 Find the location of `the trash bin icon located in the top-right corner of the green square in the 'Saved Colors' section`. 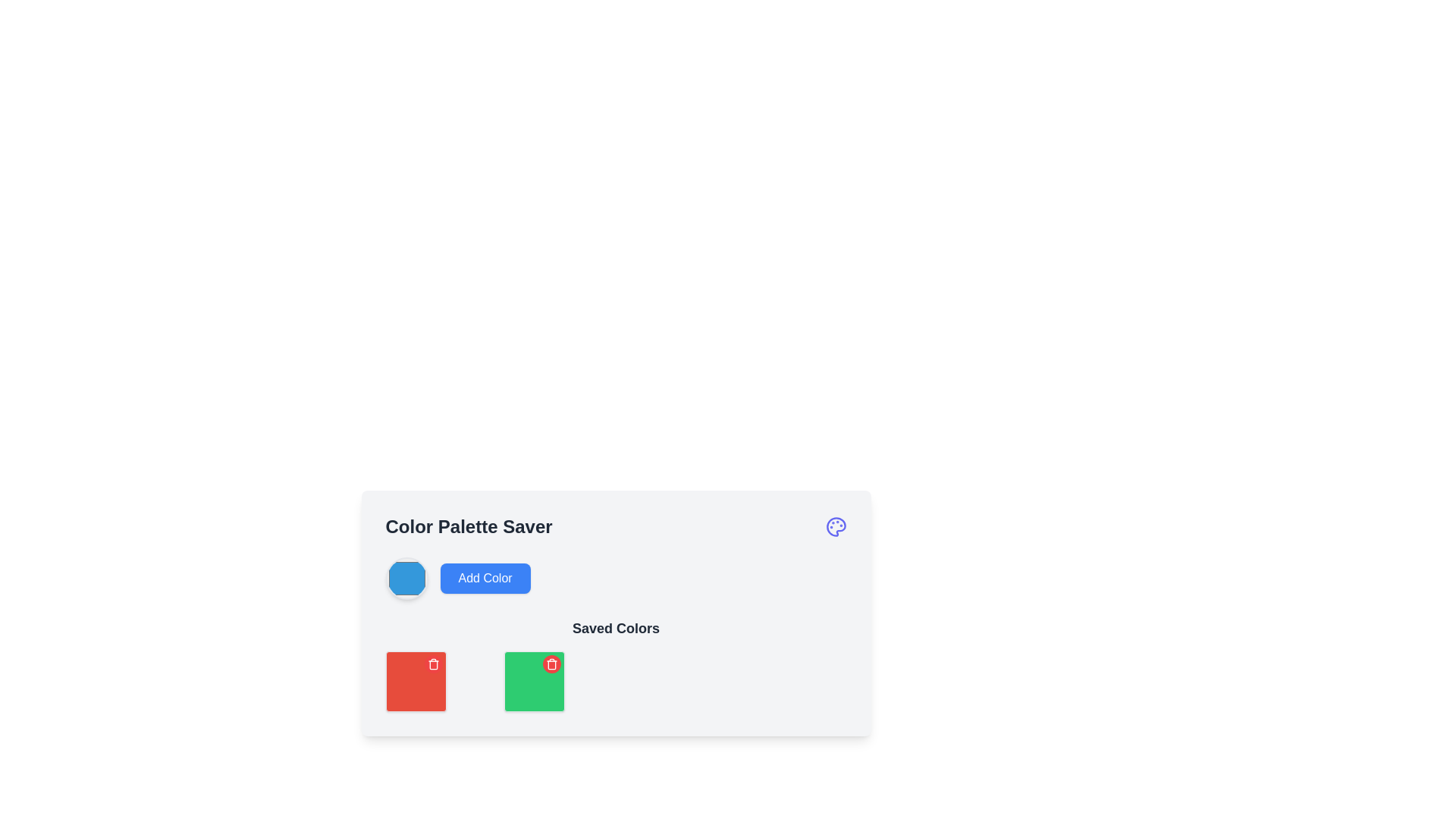

the trash bin icon located in the top-right corner of the green square in the 'Saved Colors' section is located at coordinates (551, 663).